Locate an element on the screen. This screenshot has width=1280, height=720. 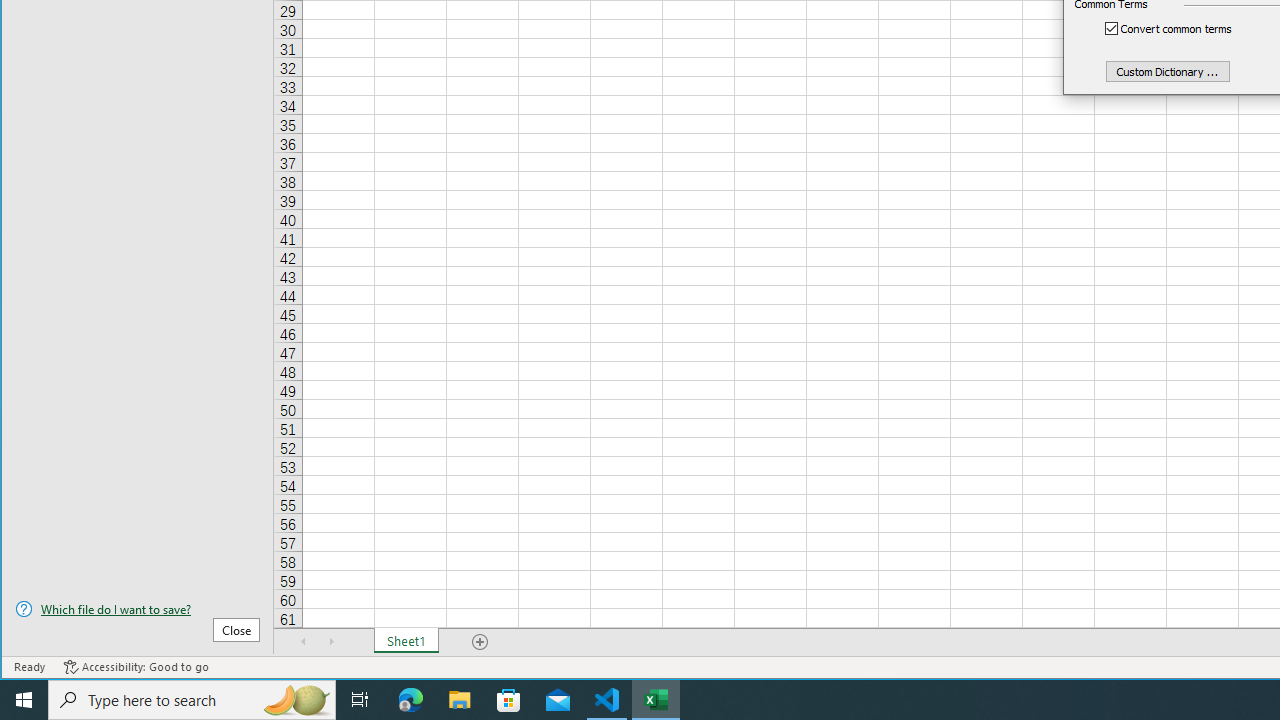
'Which file do I want to save?' is located at coordinates (136, 608).